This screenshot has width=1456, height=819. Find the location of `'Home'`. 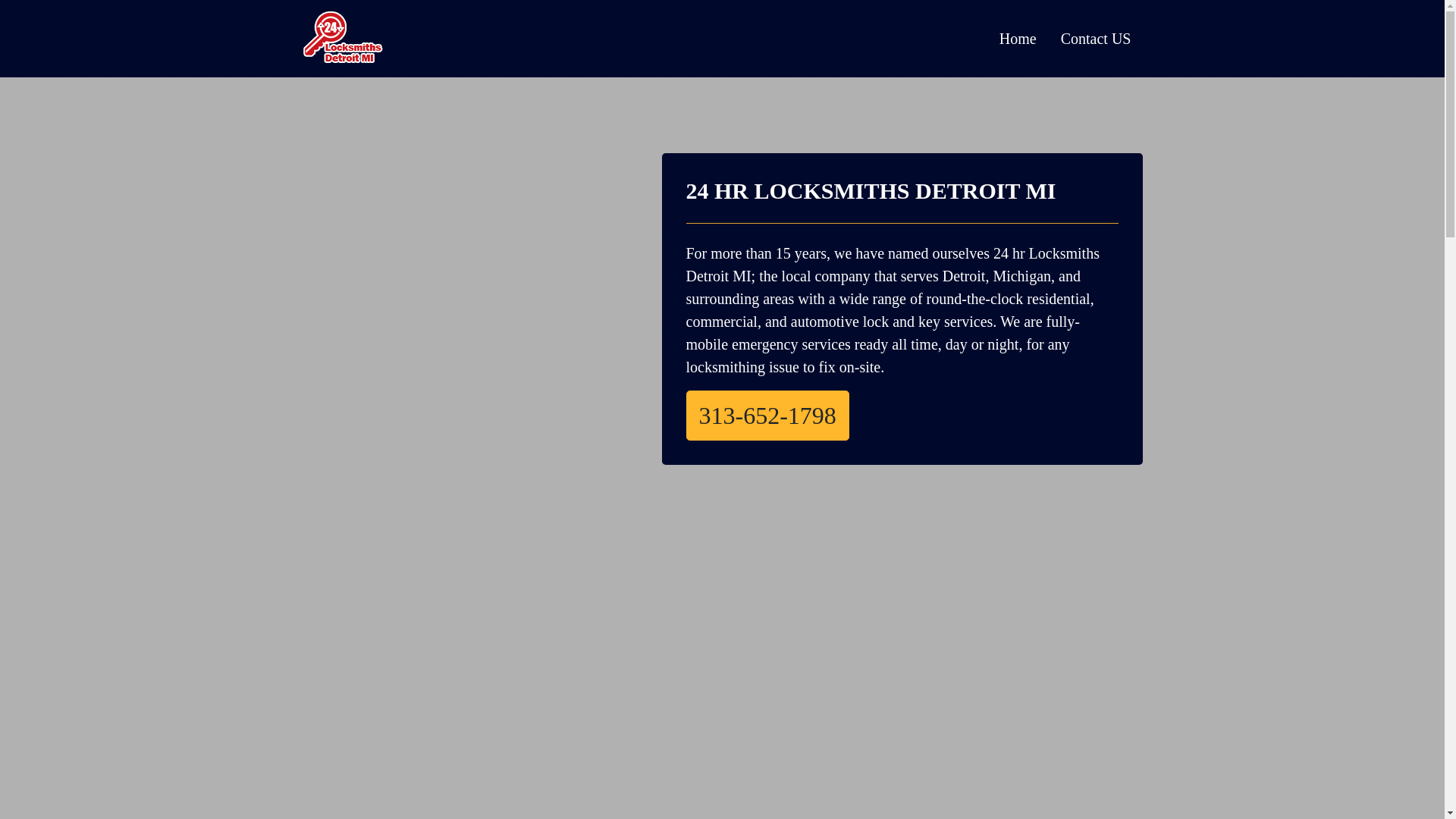

'Home' is located at coordinates (987, 37).